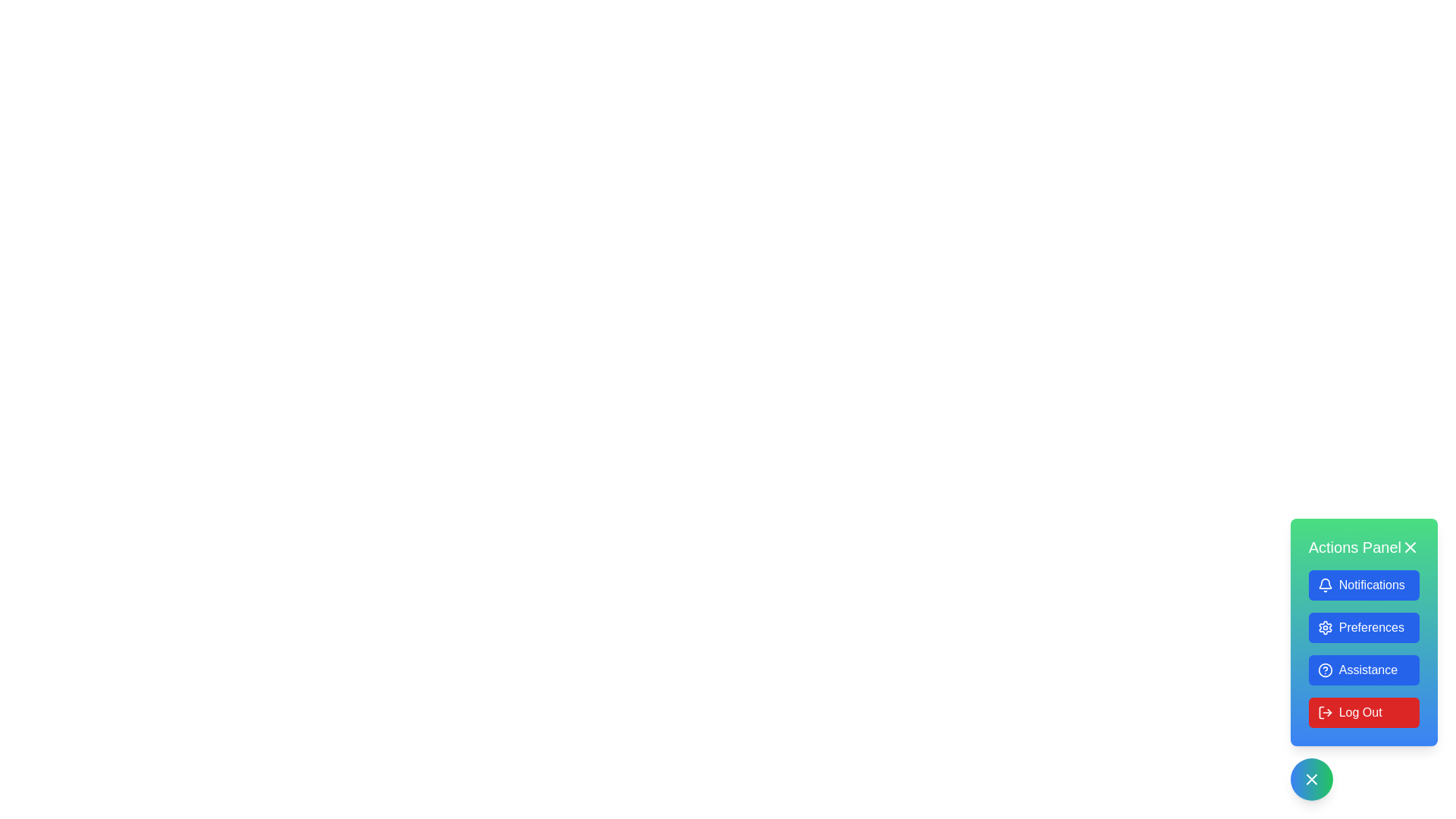  What do you see at coordinates (1363, 547) in the screenshot?
I see `the close button located in the header of the menu panel` at bounding box center [1363, 547].